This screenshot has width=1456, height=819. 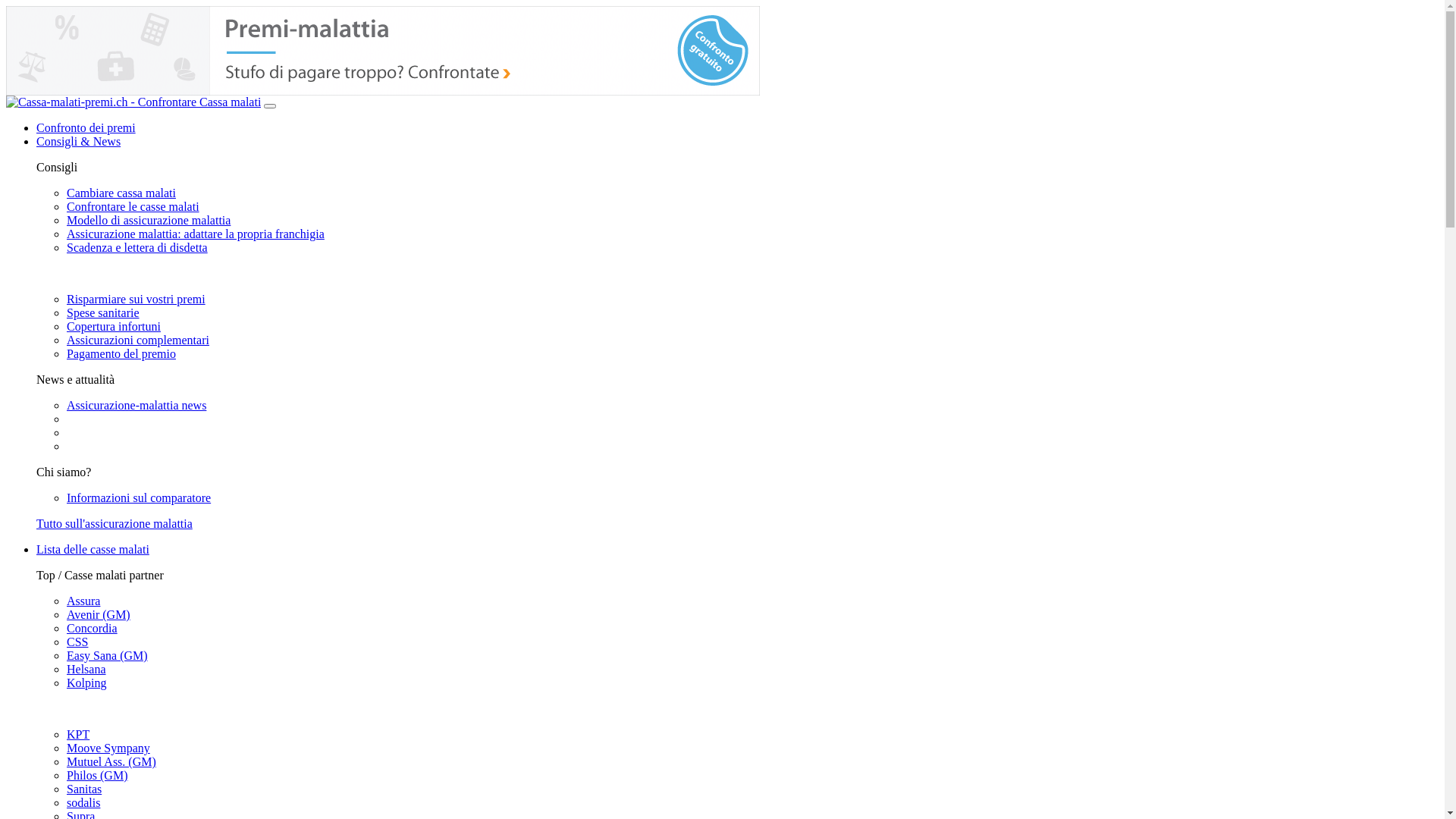 What do you see at coordinates (83, 788) in the screenshot?
I see `'Sanitas'` at bounding box center [83, 788].